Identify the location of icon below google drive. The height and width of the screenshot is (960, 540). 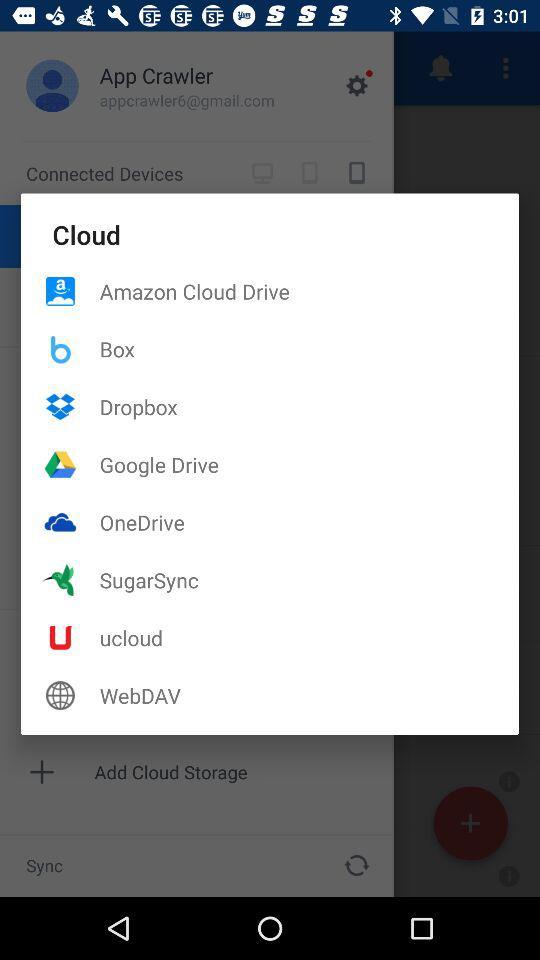
(309, 521).